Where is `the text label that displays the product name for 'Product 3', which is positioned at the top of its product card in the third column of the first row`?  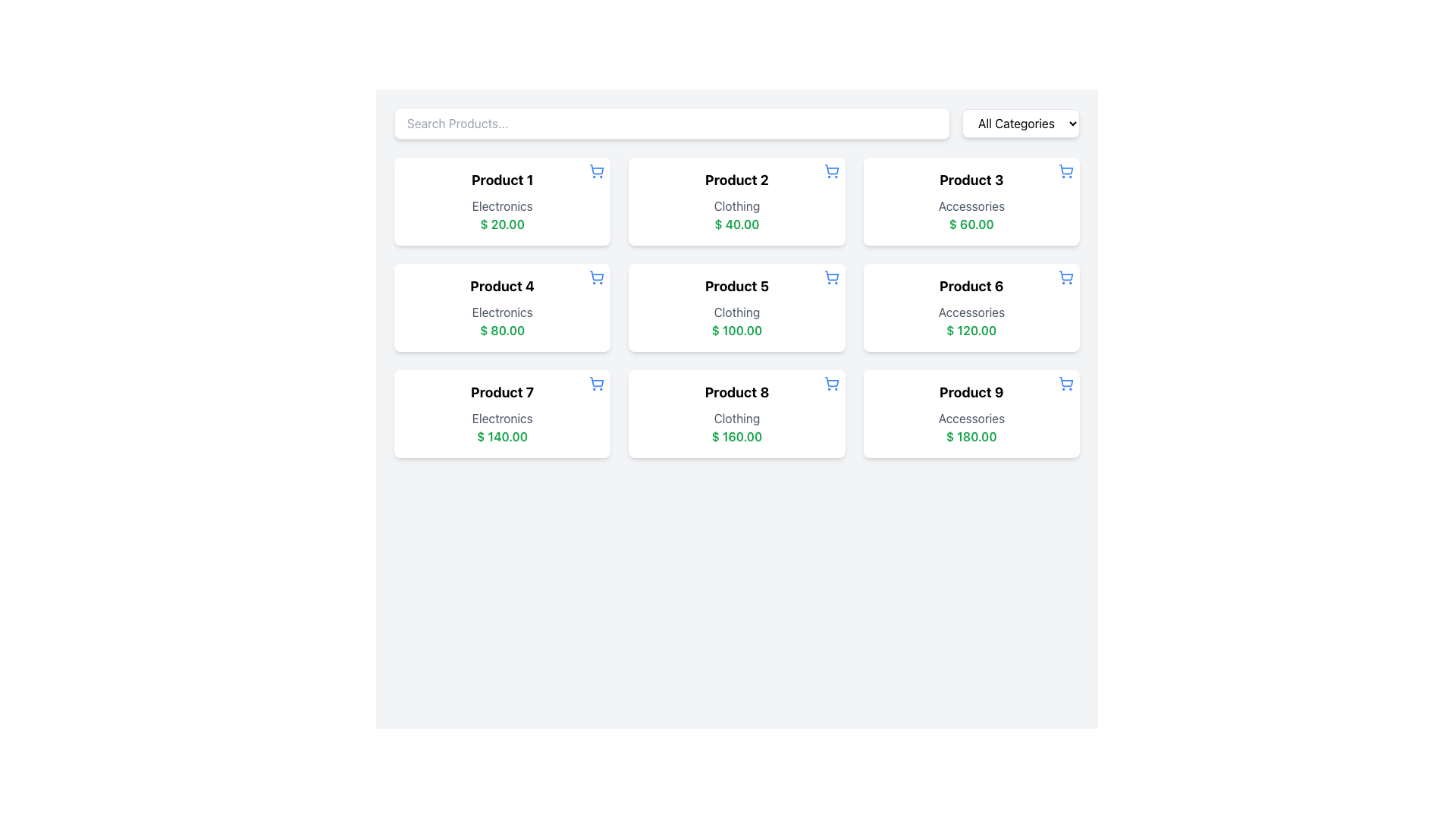 the text label that displays the product name for 'Product 3', which is positioned at the top of its product card in the third column of the first row is located at coordinates (971, 180).